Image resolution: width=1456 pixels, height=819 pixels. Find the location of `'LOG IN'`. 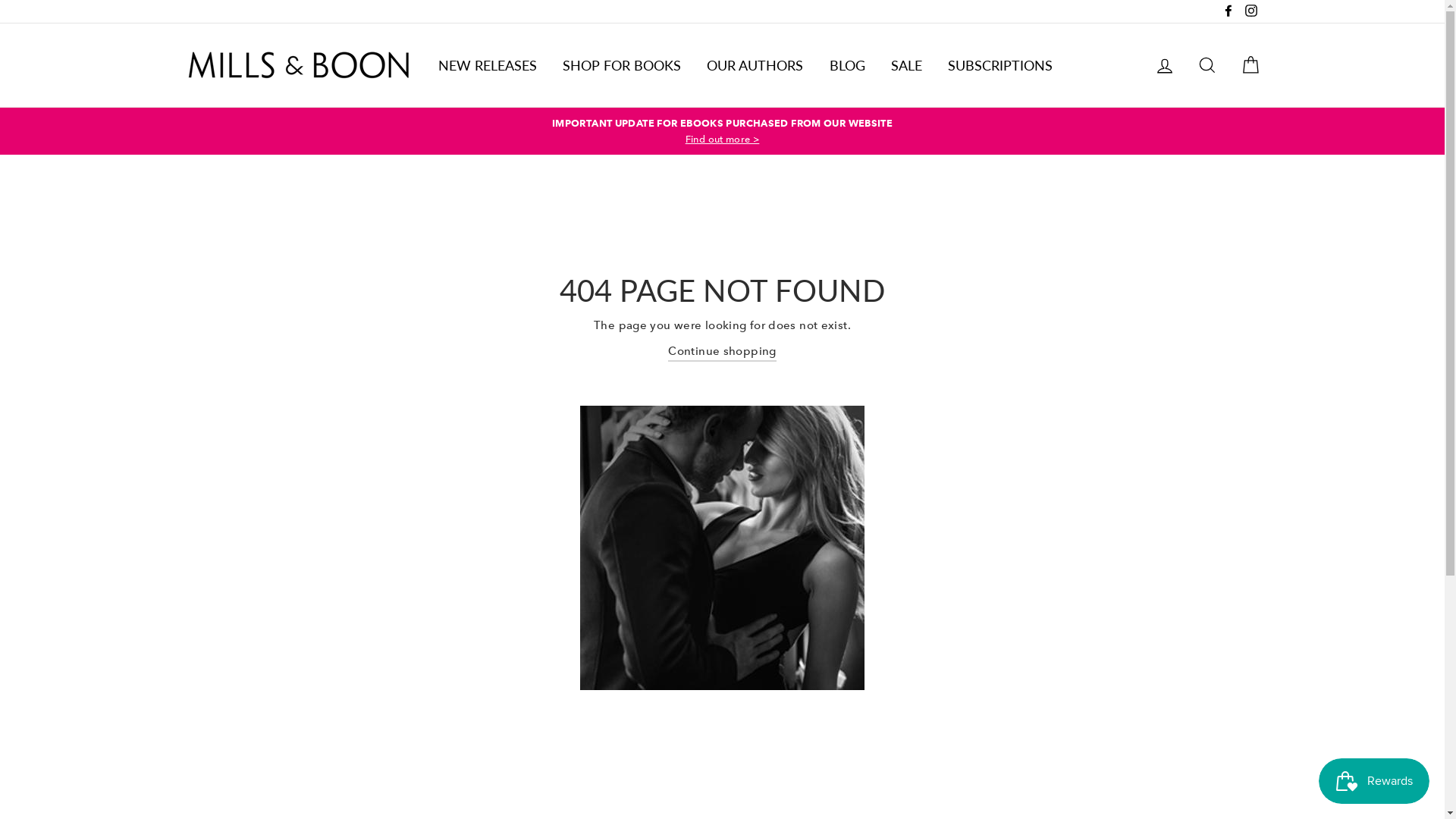

'LOG IN' is located at coordinates (1164, 64).